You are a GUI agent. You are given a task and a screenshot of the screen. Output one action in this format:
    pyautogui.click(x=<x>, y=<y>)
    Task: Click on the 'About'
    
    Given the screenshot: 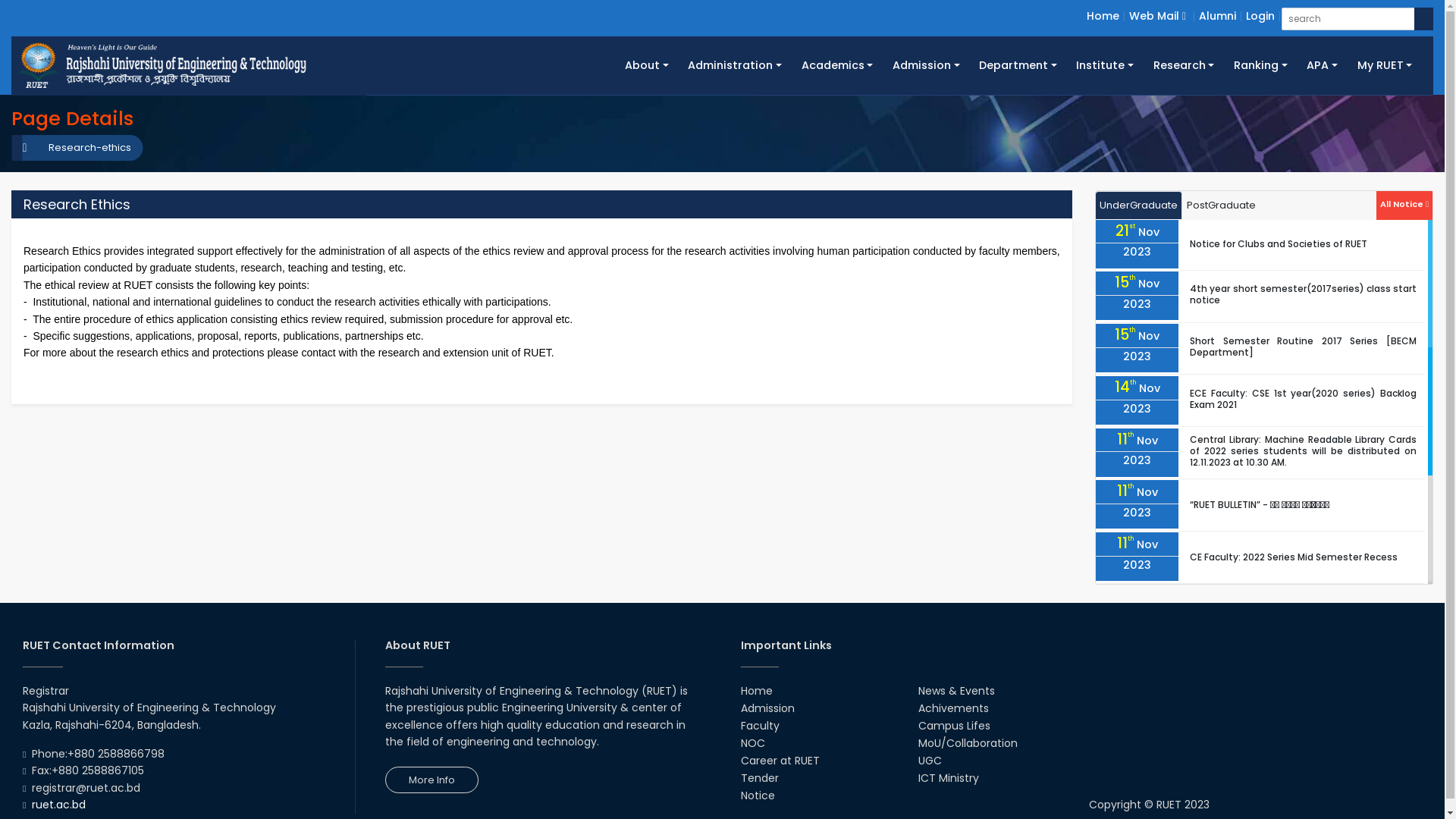 What is the action you would take?
    pyautogui.click(x=615, y=64)
    